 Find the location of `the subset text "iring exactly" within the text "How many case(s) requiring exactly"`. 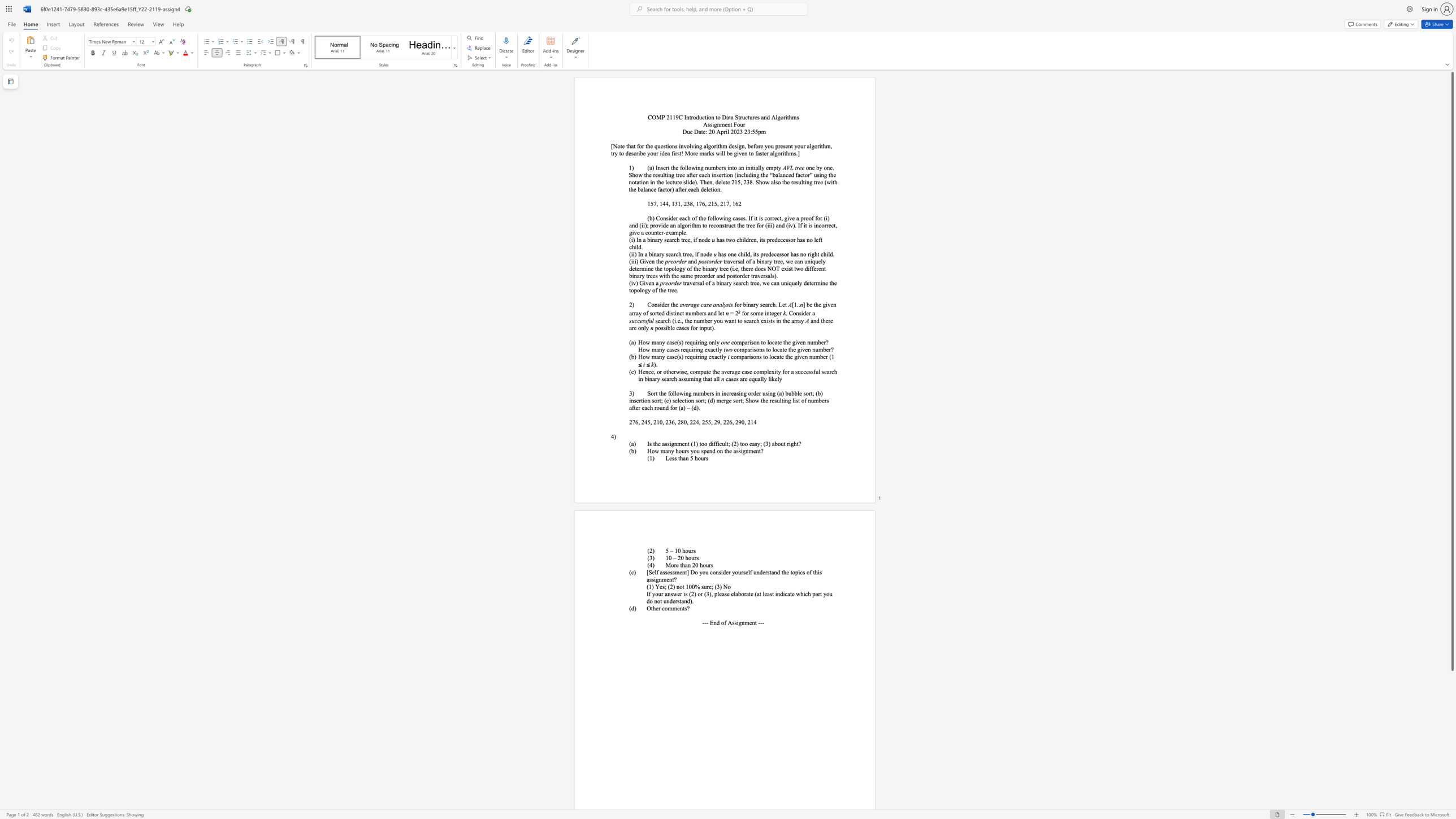

the subset text "iring exactly" within the text "How many case(s) requiring exactly" is located at coordinates (696, 357).